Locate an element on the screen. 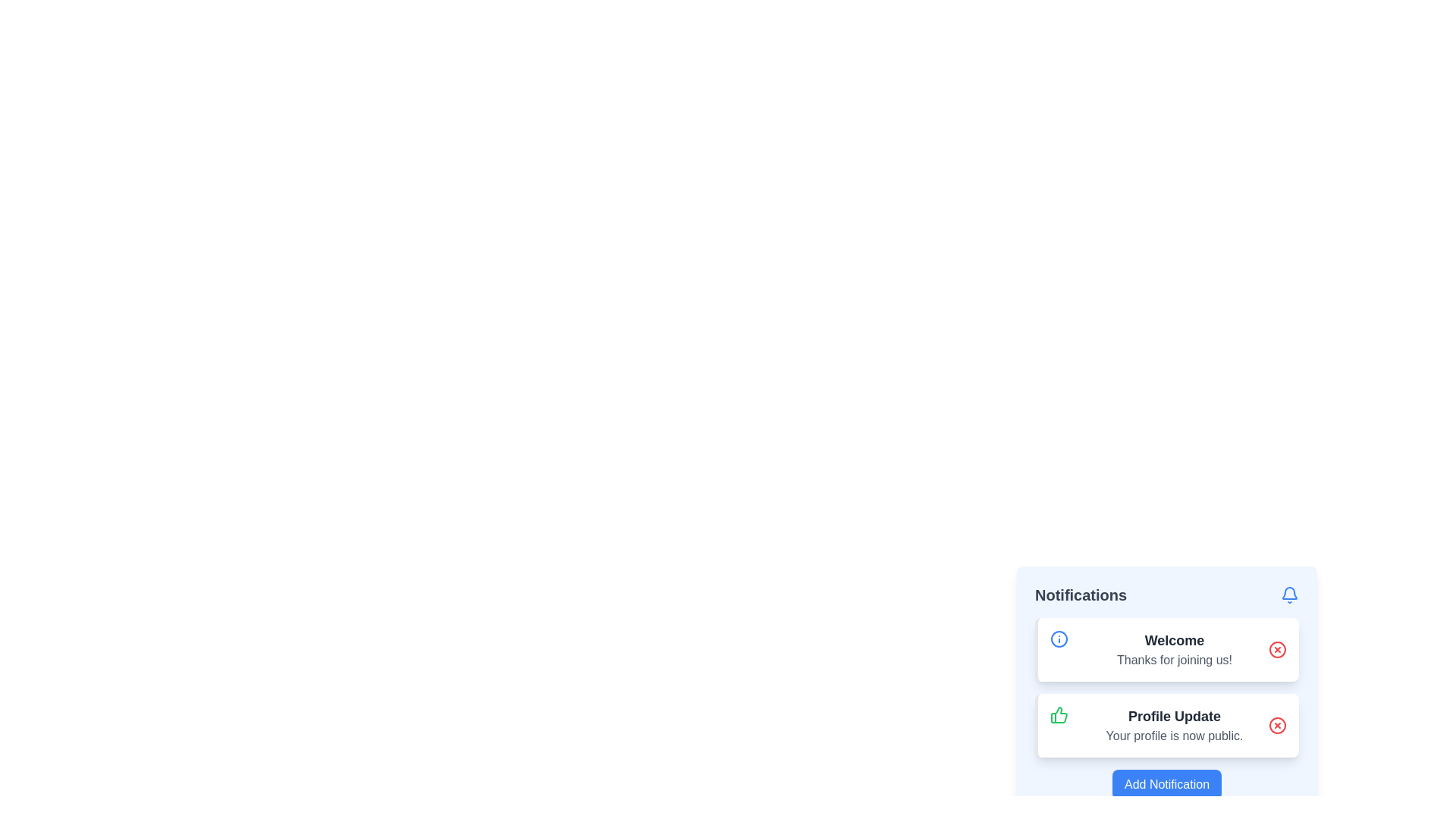  the green thumbs-up icon next to the 'Profile Update' text in the second notification card is located at coordinates (1058, 714).